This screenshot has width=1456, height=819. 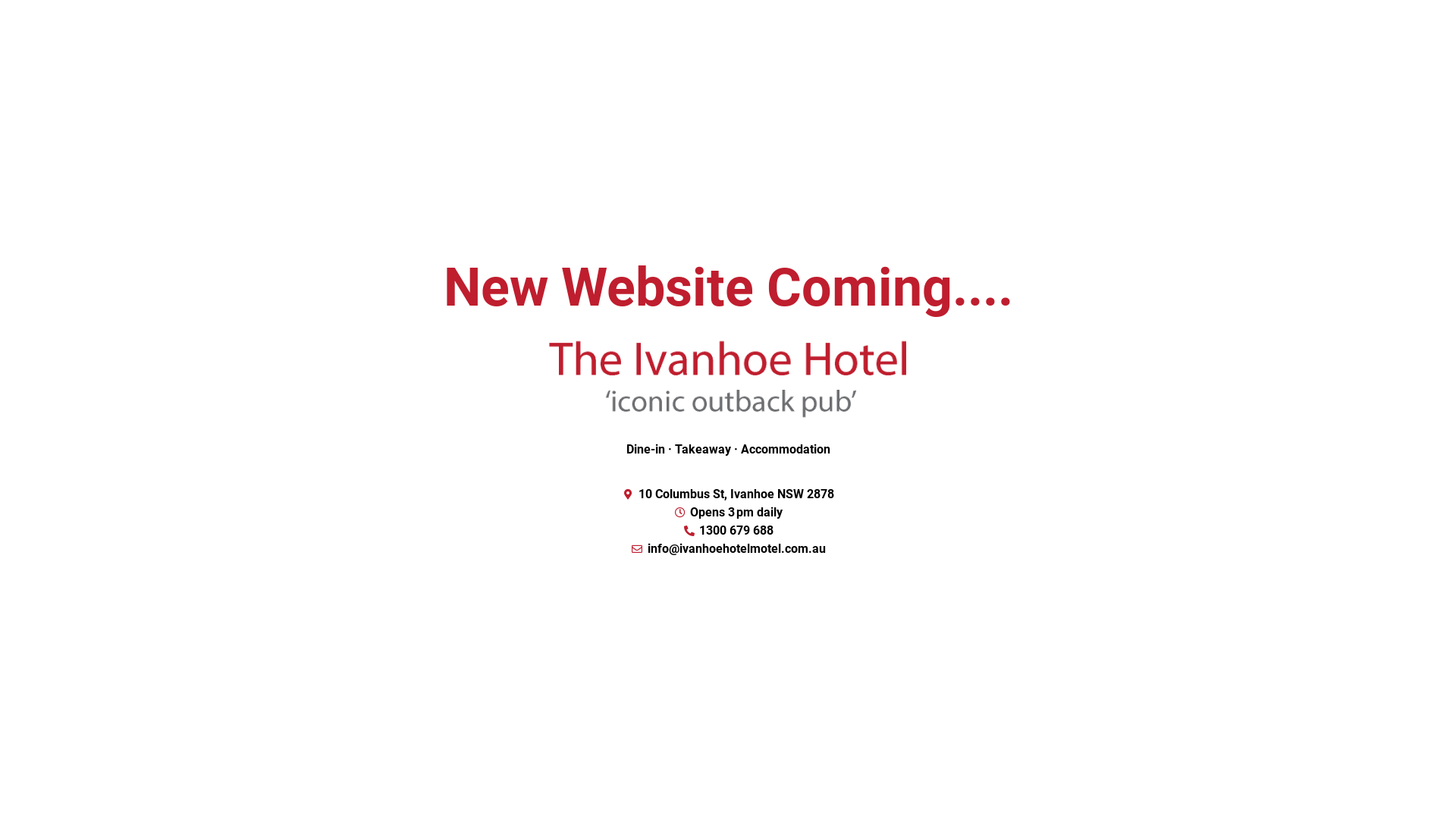 I want to click on 'info@ivanhoehotelmotel.com.au', so click(x=728, y=549).